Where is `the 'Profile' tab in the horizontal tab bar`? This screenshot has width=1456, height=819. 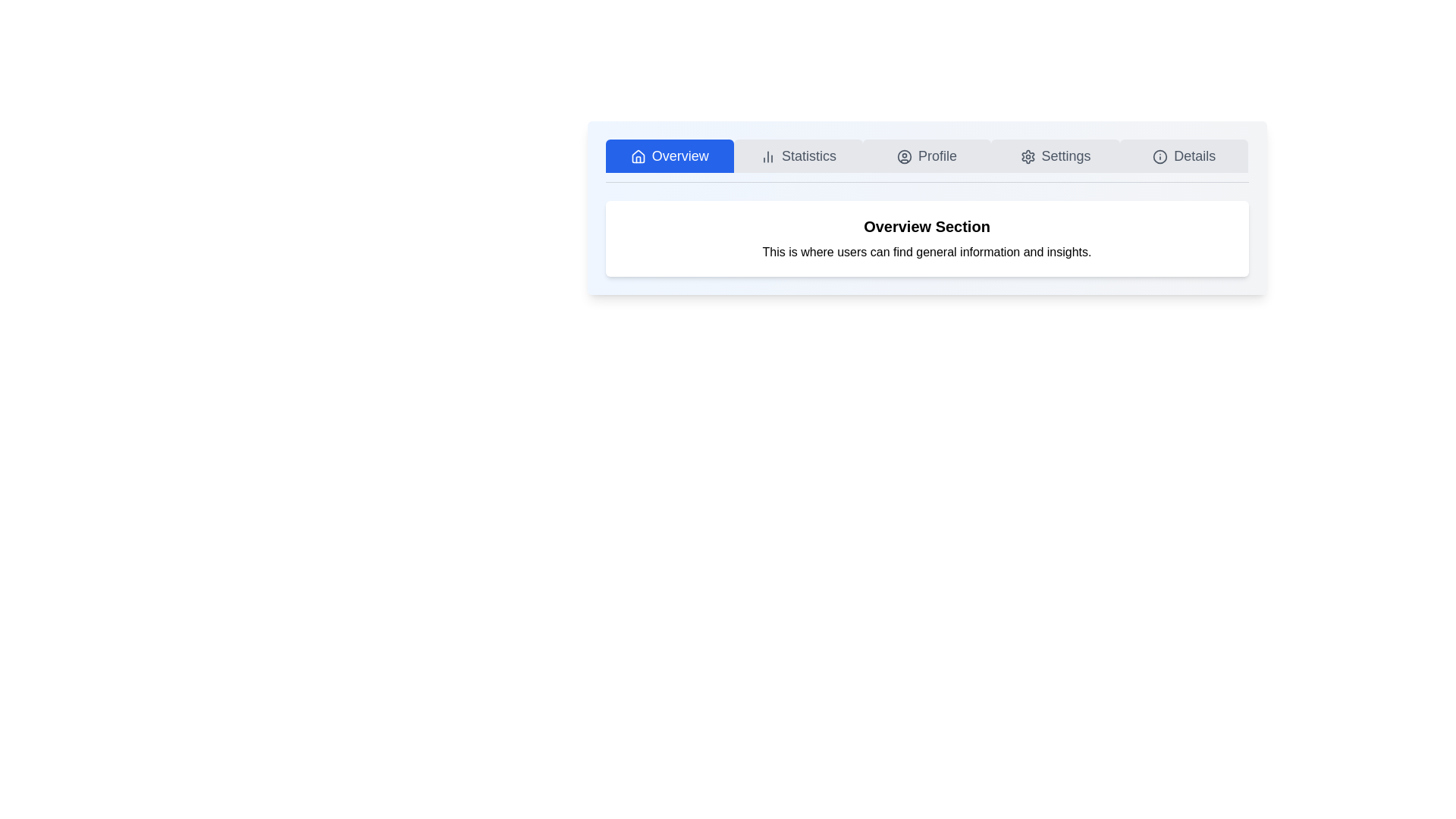 the 'Profile' tab in the horizontal tab bar is located at coordinates (926, 155).